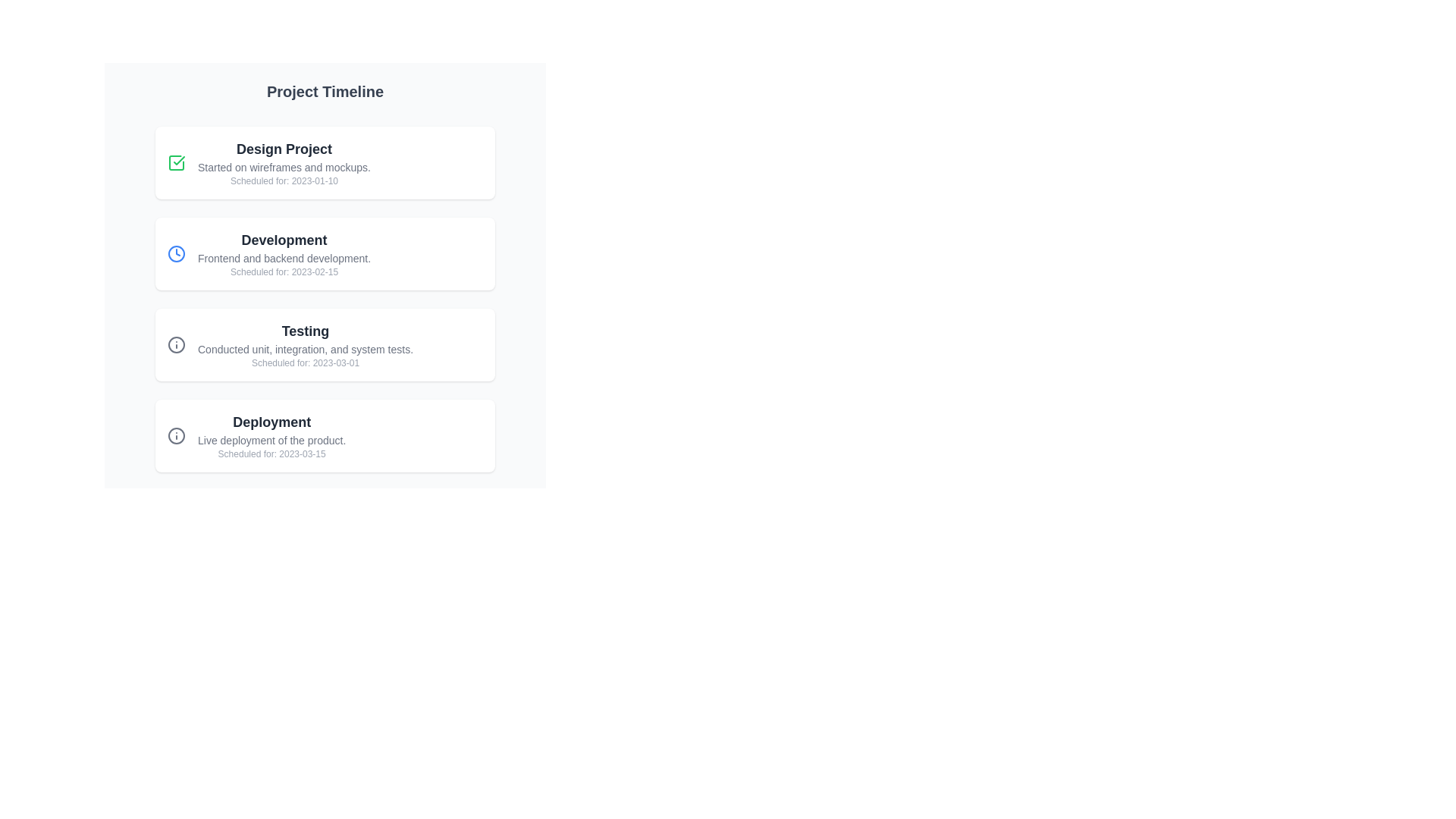 This screenshot has height=819, width=1456. What do you see at coordinates (305, 362) in the screenshot?
I see `the informational text label displaying the scheduled date for the 'Testing' activity in the project timeline, located at the bottom of the 'Testing' section` at bounding box center [305, 362].